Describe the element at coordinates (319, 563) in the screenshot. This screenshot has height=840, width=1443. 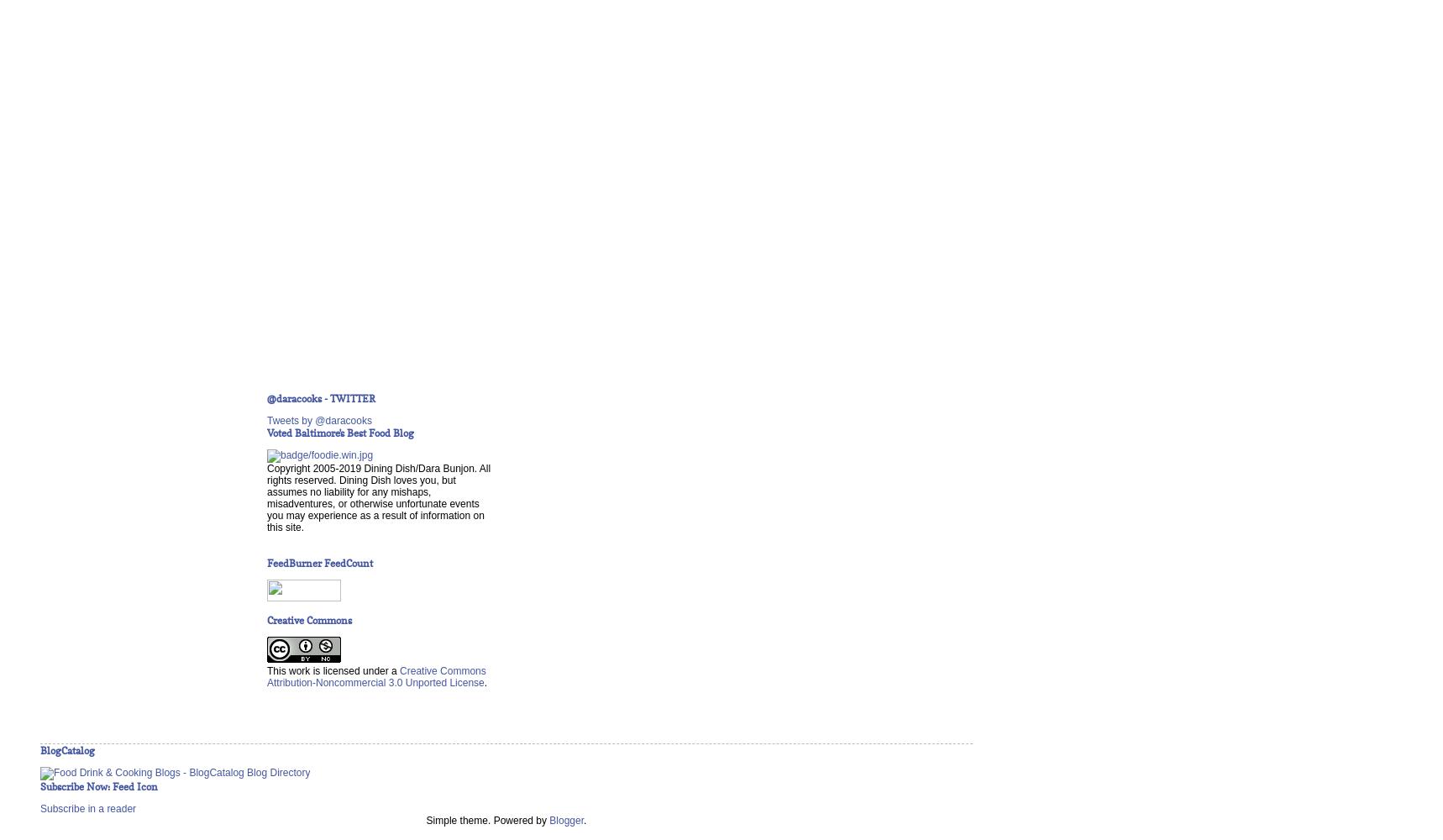
I see `'FeedBurner FeedCount'` at that location.